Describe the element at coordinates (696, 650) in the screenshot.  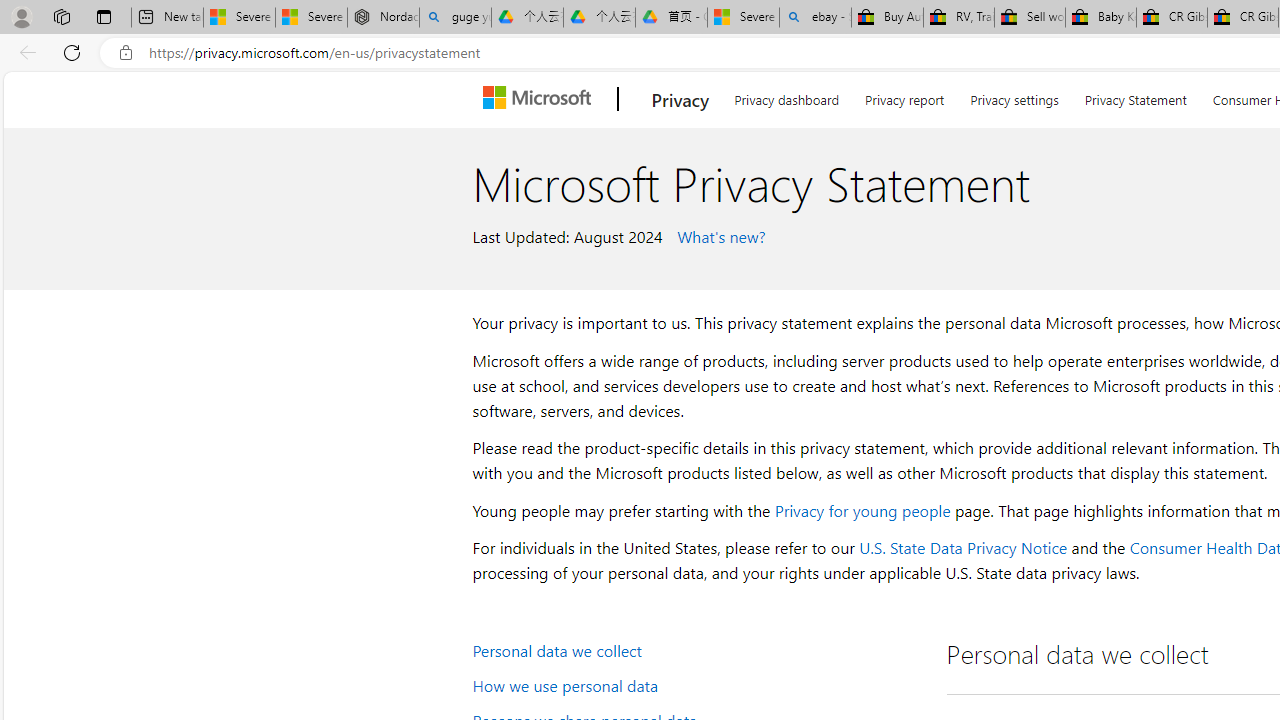
I see `'Personal data we collect'` at that location.